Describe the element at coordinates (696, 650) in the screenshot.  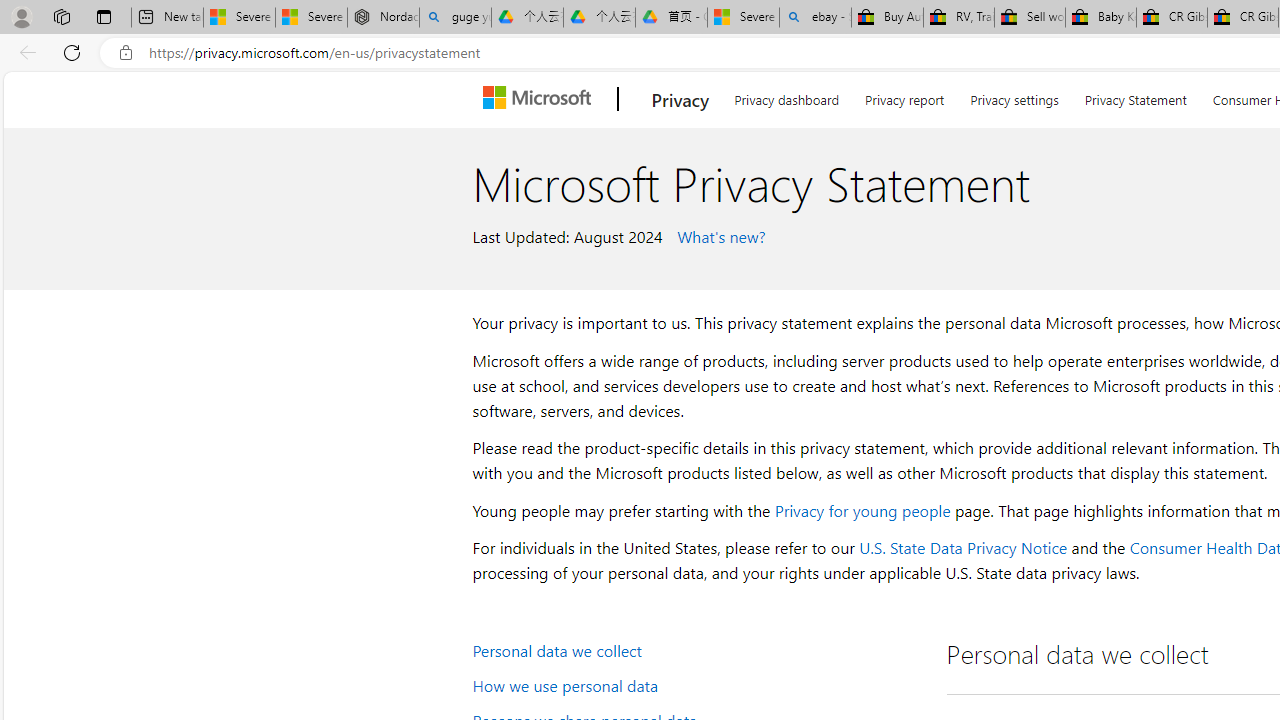
I see `'Personal data we collect'` at that location.